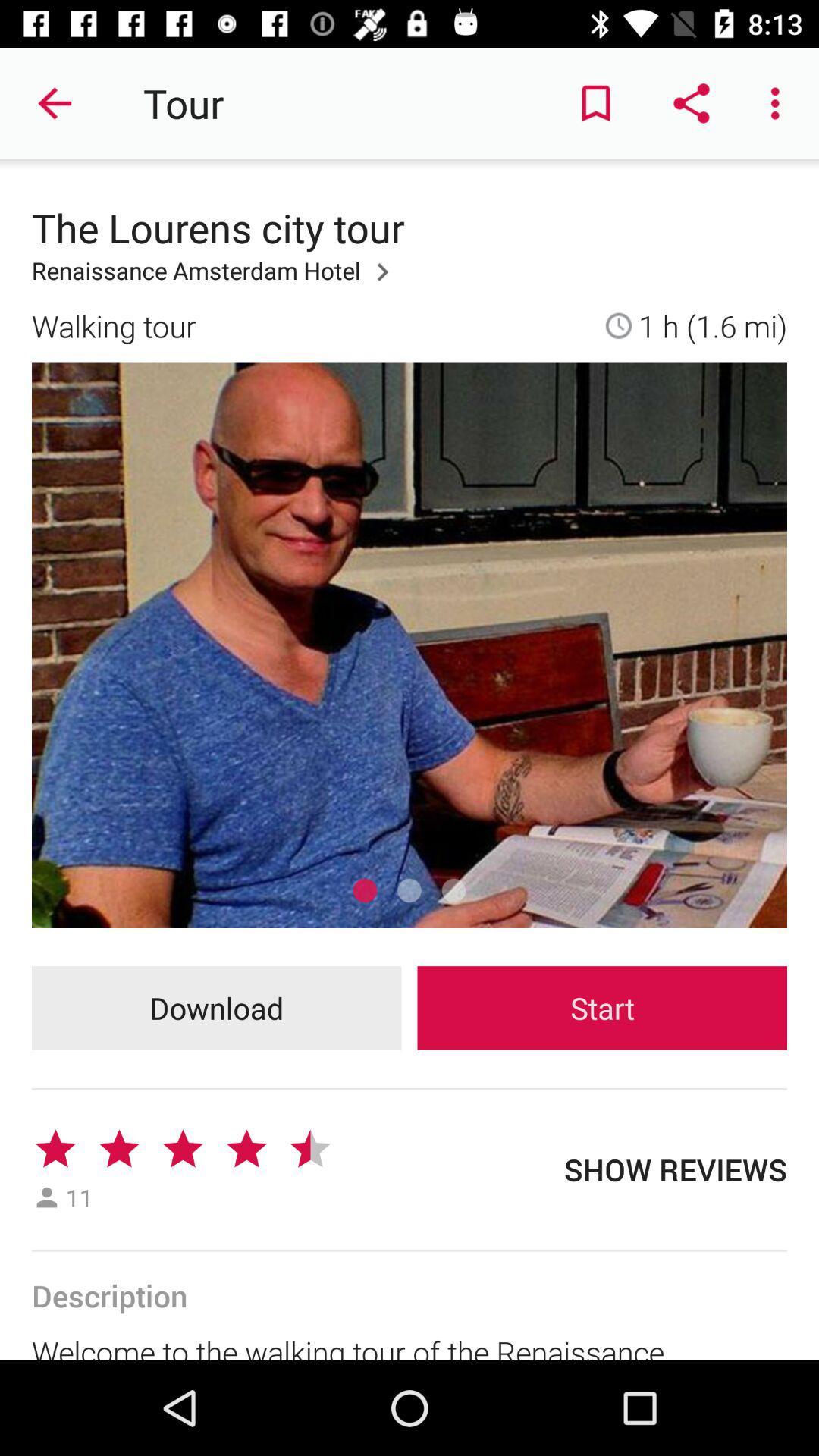 The image size is (819, 1456). I want to click on return to previous page, so click(55, 102).